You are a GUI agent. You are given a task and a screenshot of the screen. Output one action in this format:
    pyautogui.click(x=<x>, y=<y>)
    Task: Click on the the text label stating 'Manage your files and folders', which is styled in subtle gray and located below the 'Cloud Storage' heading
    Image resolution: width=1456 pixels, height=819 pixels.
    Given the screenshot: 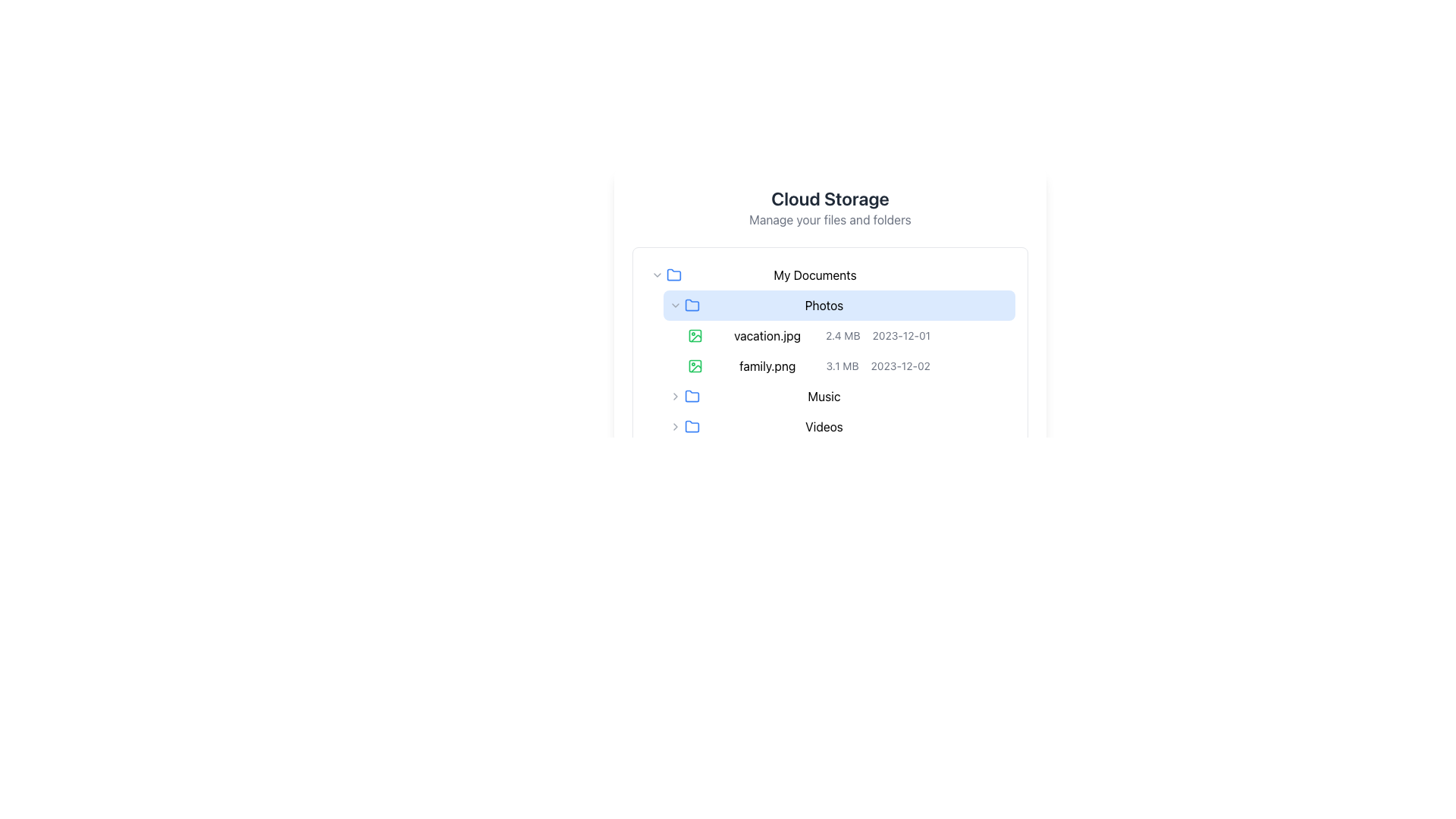 What is the action you would take?
    pyautogui.click(x=829, y=219)
    